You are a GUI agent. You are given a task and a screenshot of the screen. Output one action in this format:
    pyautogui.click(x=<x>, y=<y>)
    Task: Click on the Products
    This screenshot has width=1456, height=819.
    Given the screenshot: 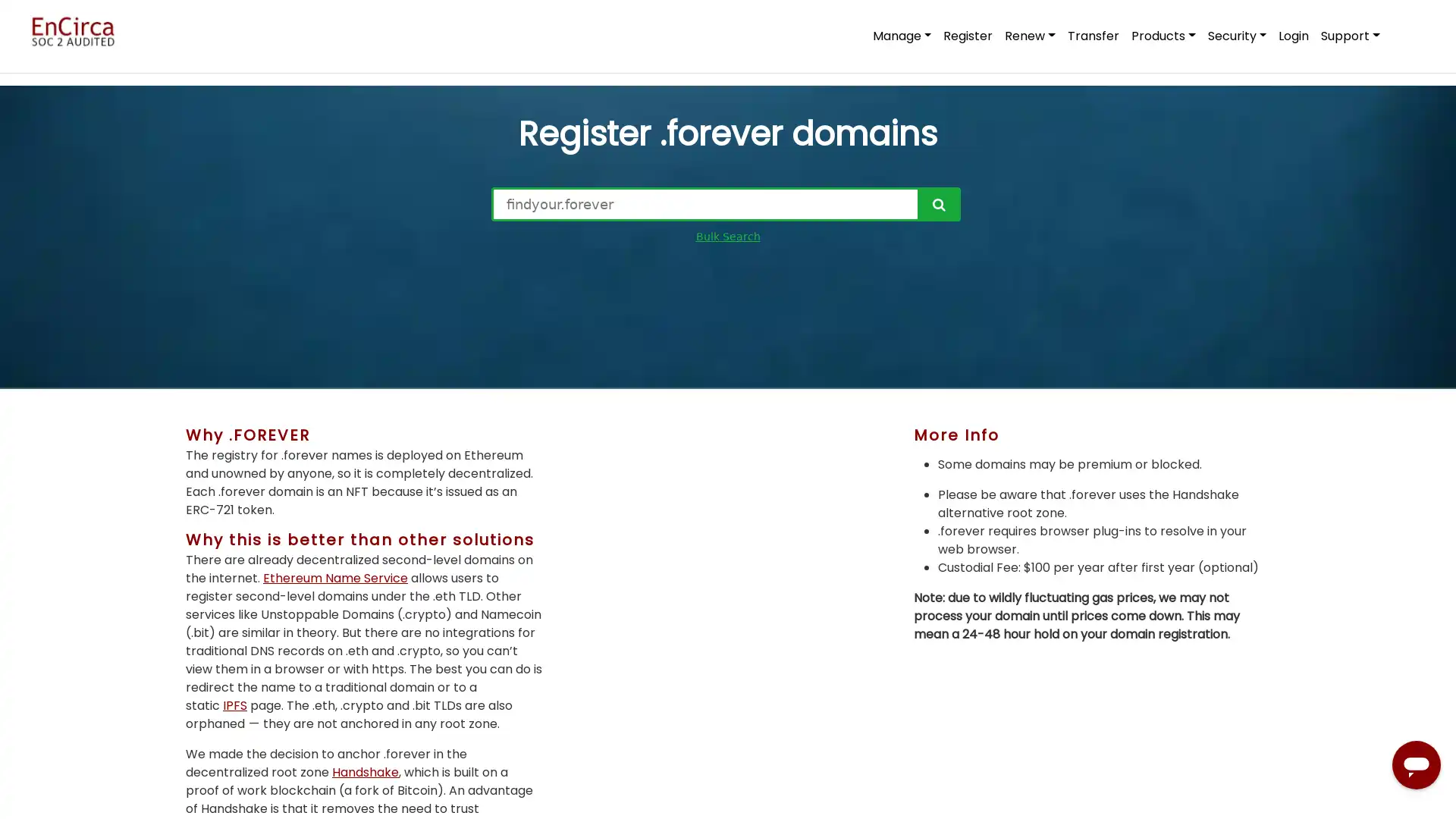 What is the action you would take?
    pyautogui.click(x=1162, y=35)
    